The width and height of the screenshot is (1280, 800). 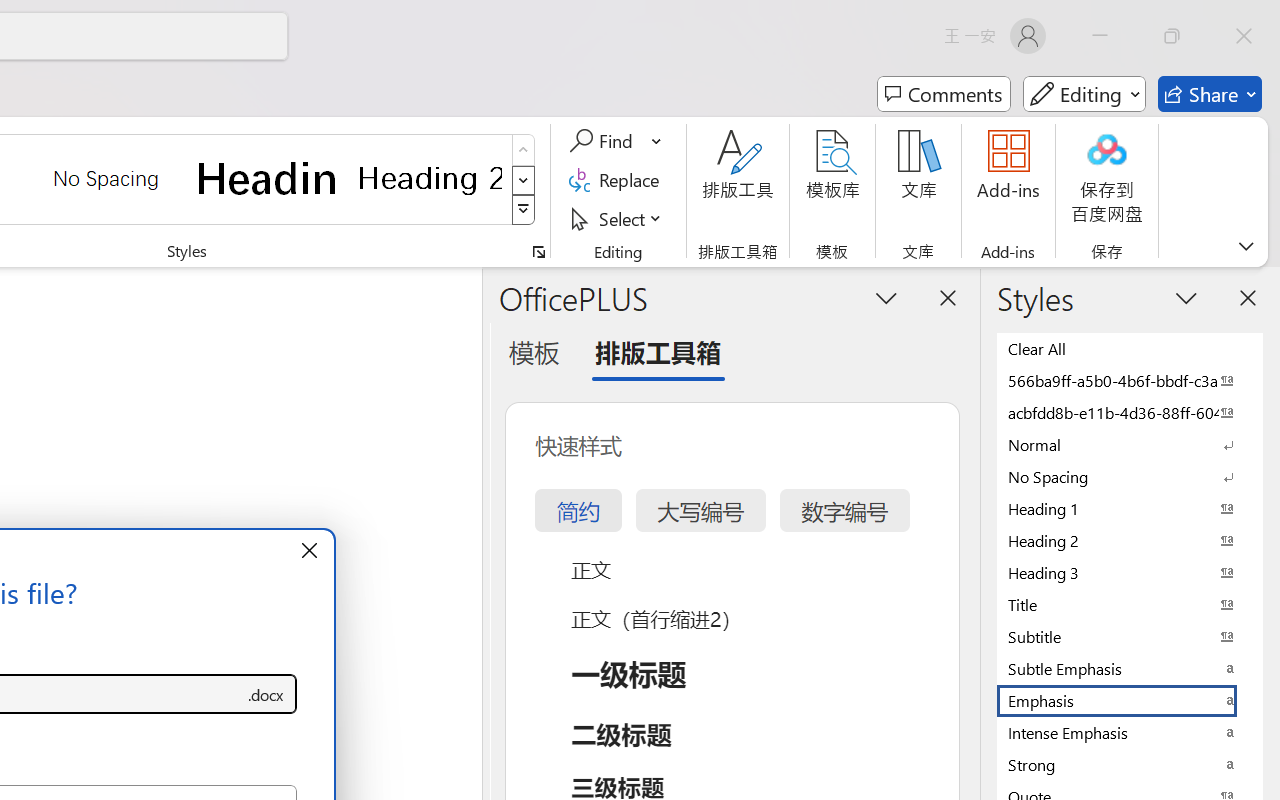 What do you see at coordinates (523, 150) in the screenshot?
I see `'Row up'` at bounding box center [523, 150].